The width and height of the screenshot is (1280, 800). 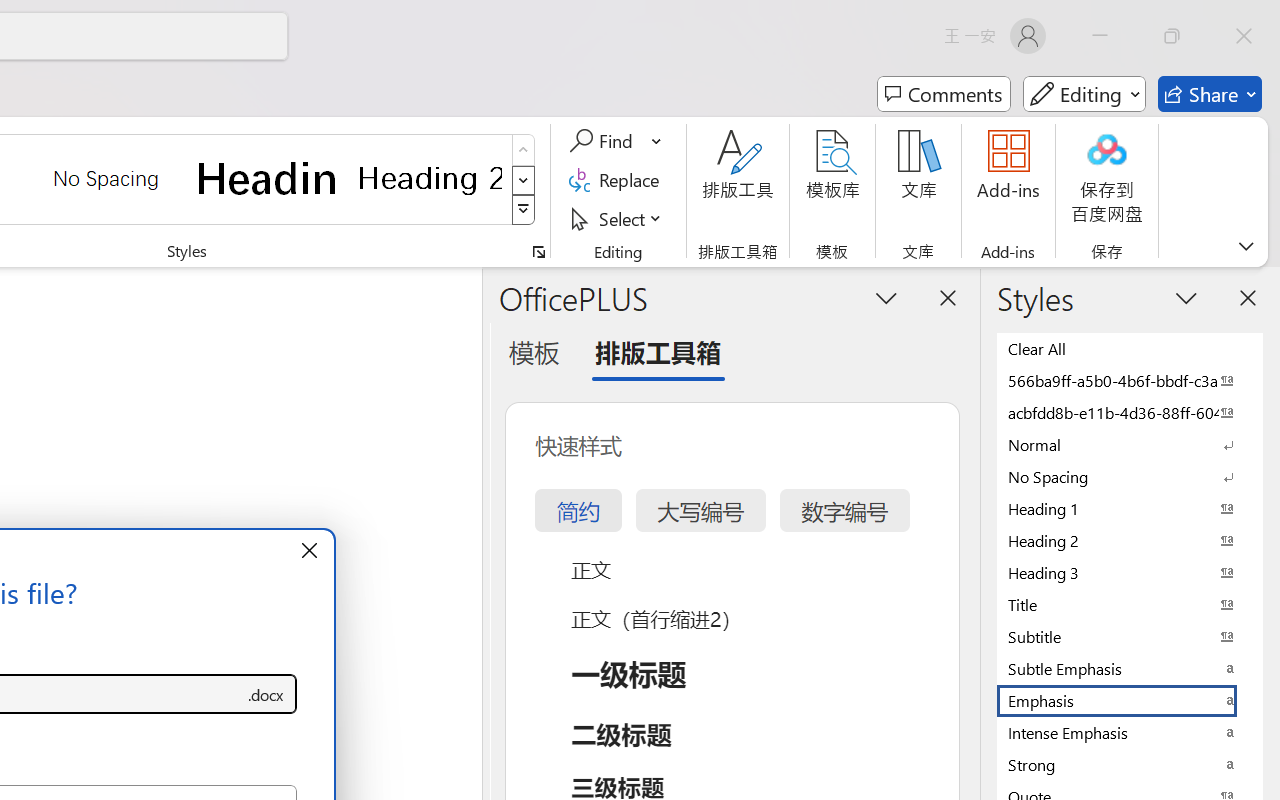 What do you see at coordinates (523, 150) in the screenshot?
I see `'Row up'` at bounding box center [523, 150].